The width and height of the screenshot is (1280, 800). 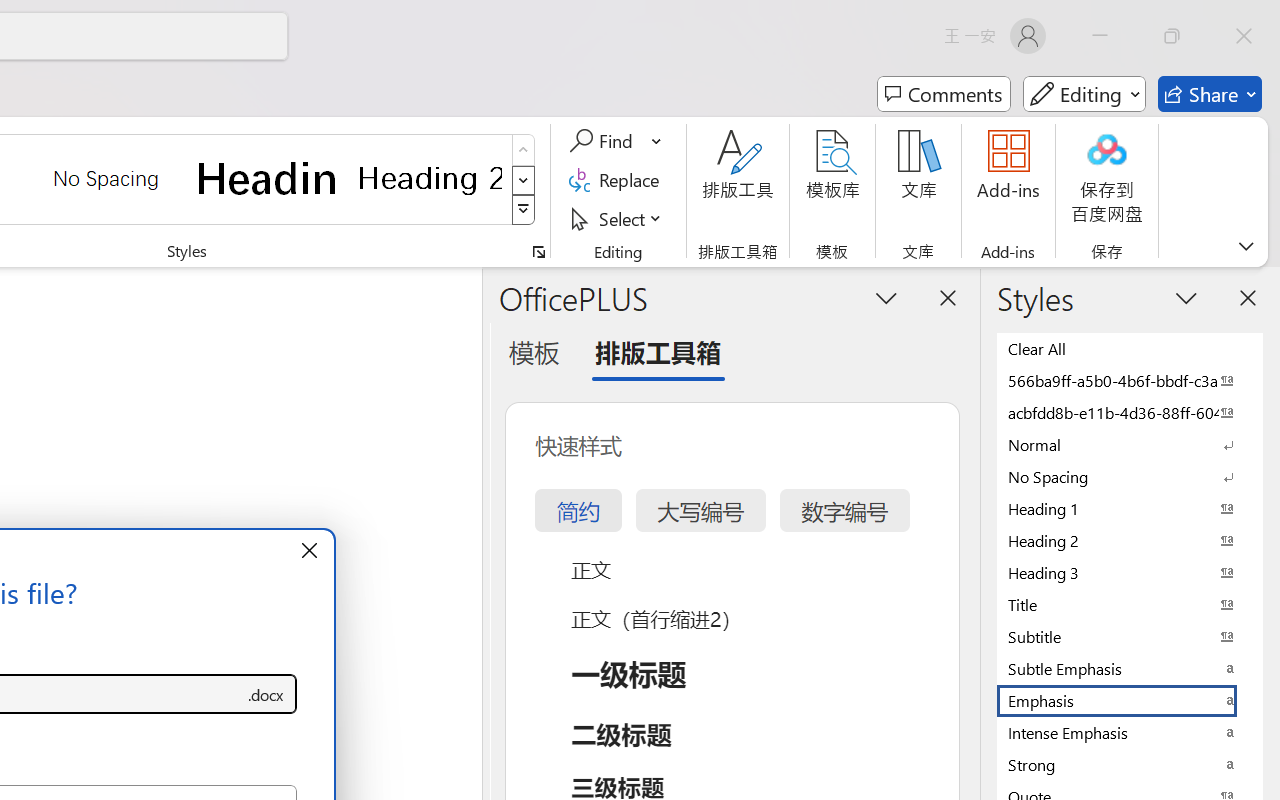 What do you see at coordinates (523, 150) in the screenshot?
I see `'Row up'` at bounding box center [523, 150].